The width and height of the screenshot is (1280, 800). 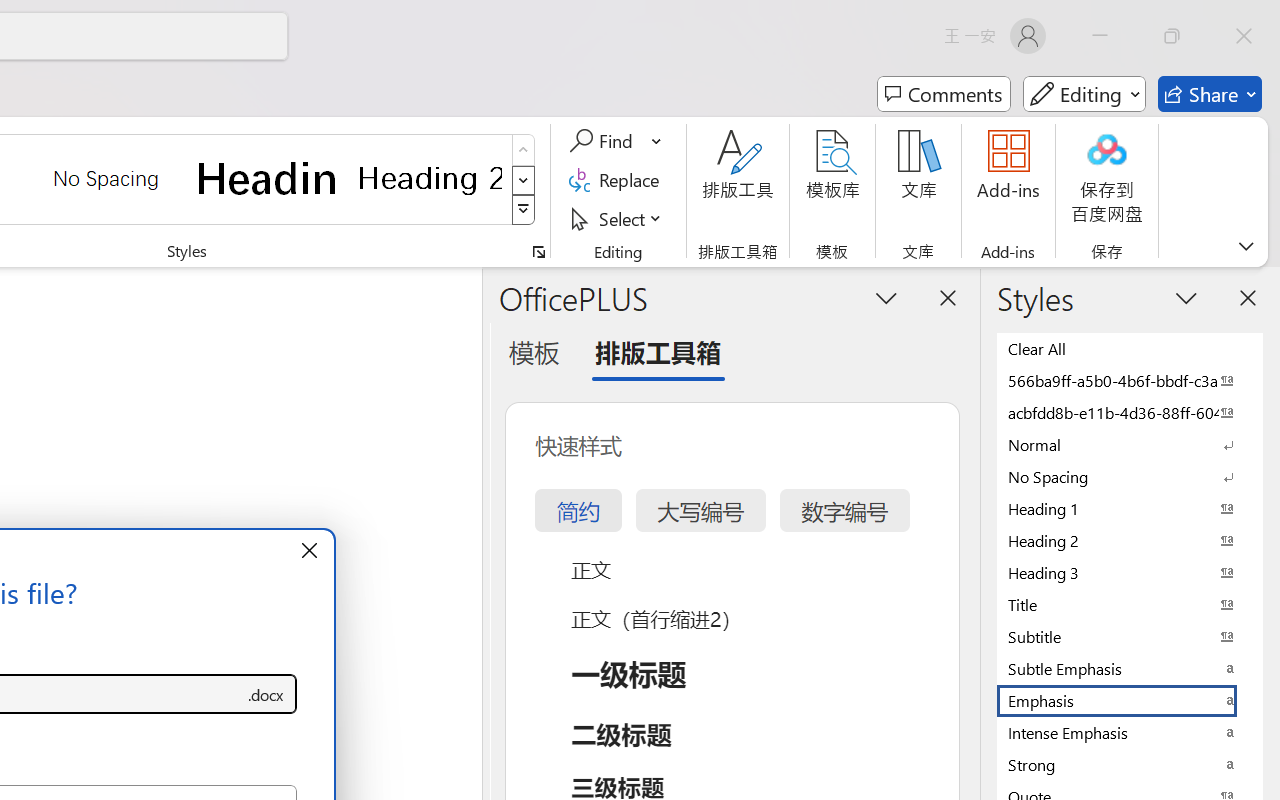 What do you see at coordinates (523, 150) in the screenshot?
I see `'Row up'` at bounding box center [523, 150].